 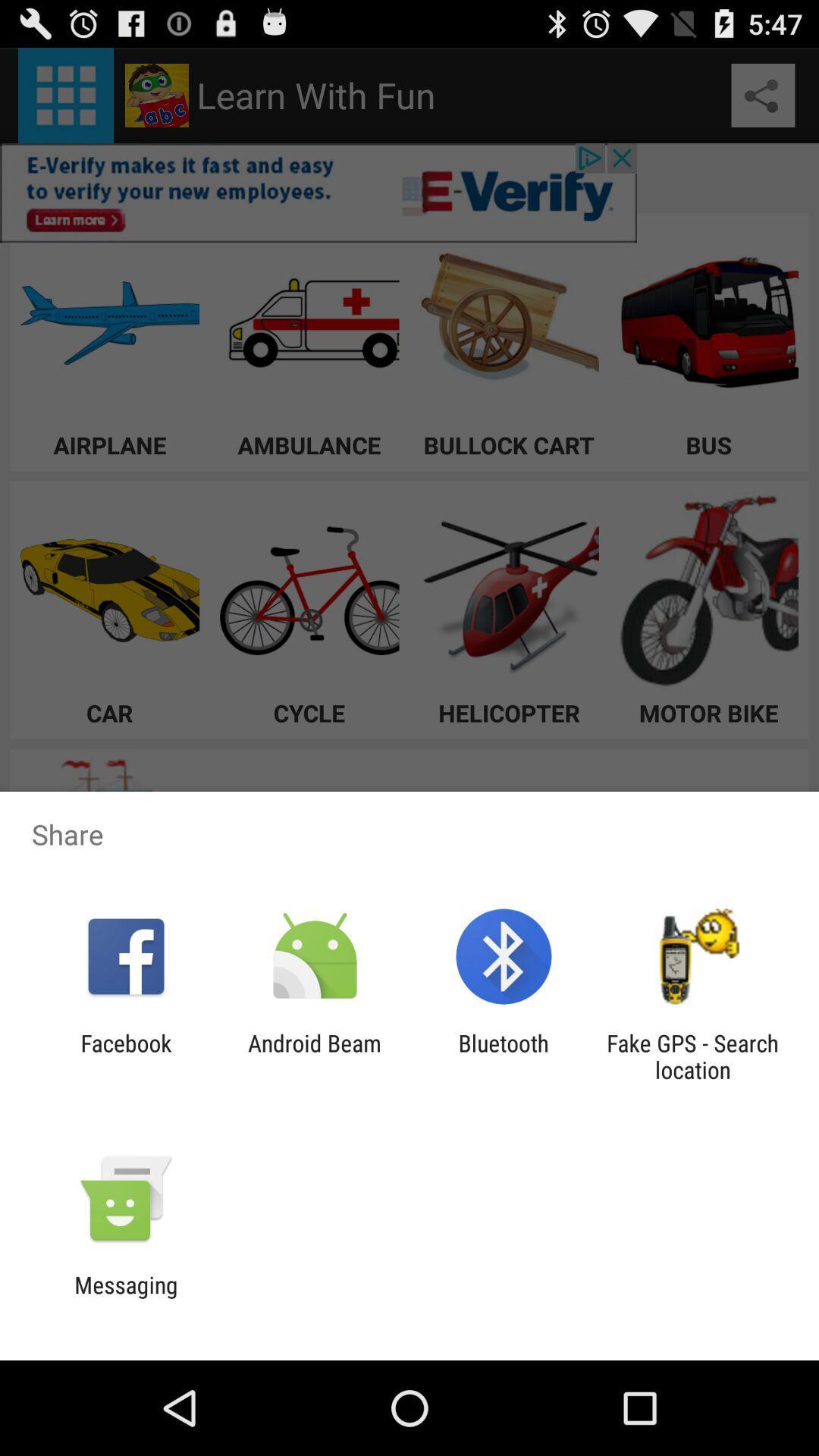 What do you see at coordinates (504, 1056) in the screenshot?
I see `the icon to the right of android beam` at bounding box center [504, 1056].